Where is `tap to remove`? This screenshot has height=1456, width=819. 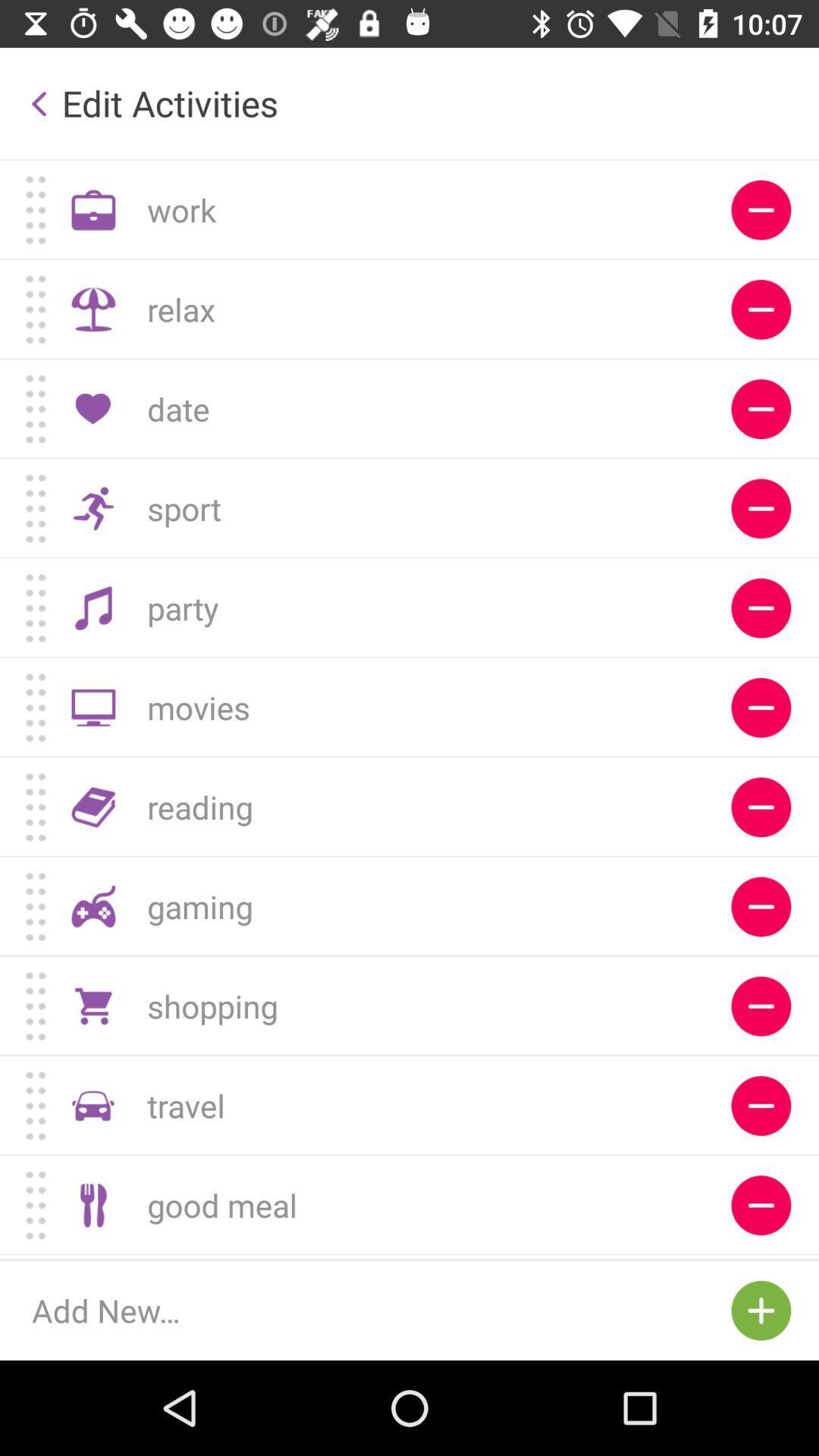 tap to remove is located at coordinates (761, 1257).